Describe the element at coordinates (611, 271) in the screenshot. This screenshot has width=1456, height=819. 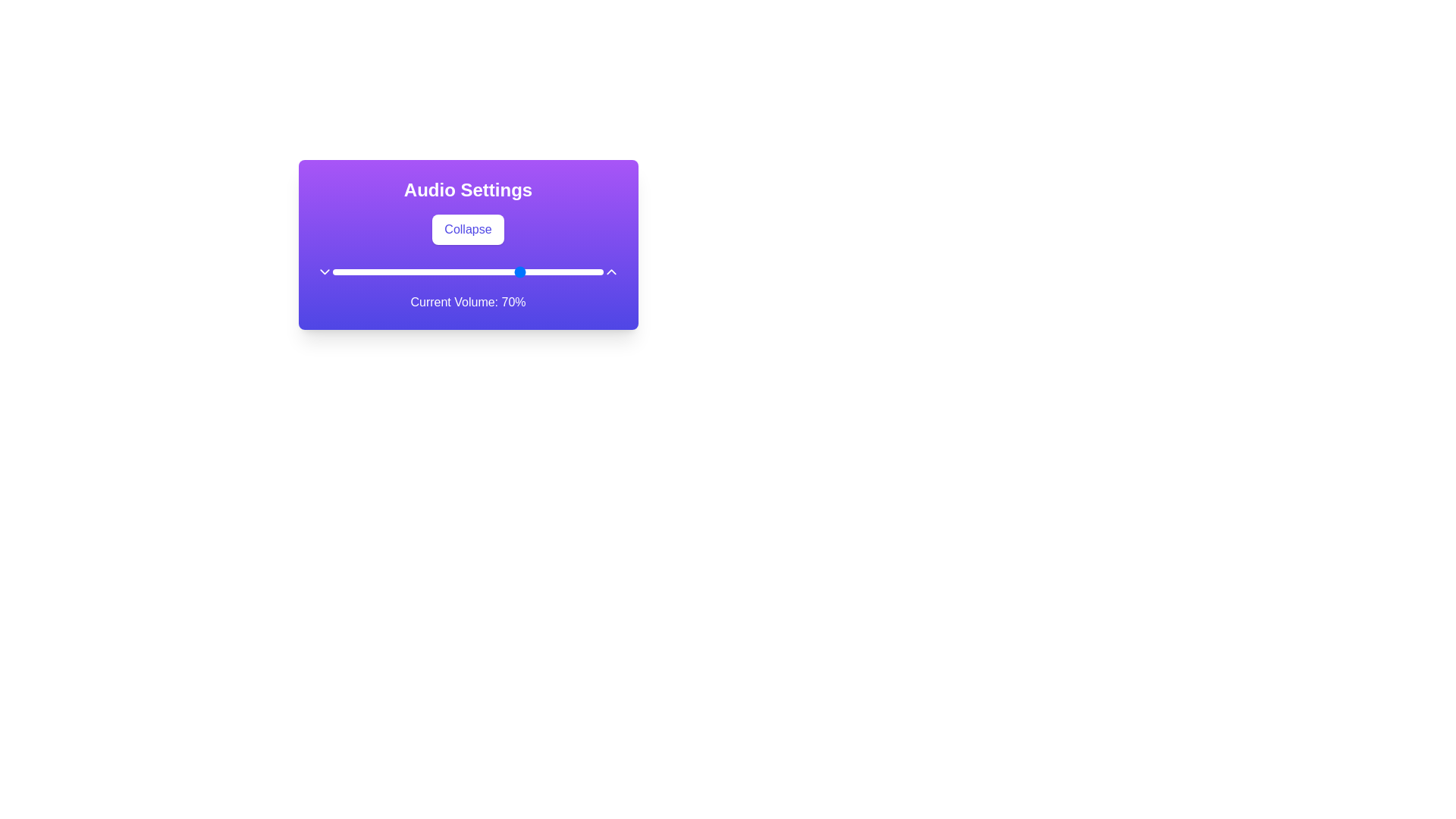
I see `the upwards arrow button to increase the volume` at that location.